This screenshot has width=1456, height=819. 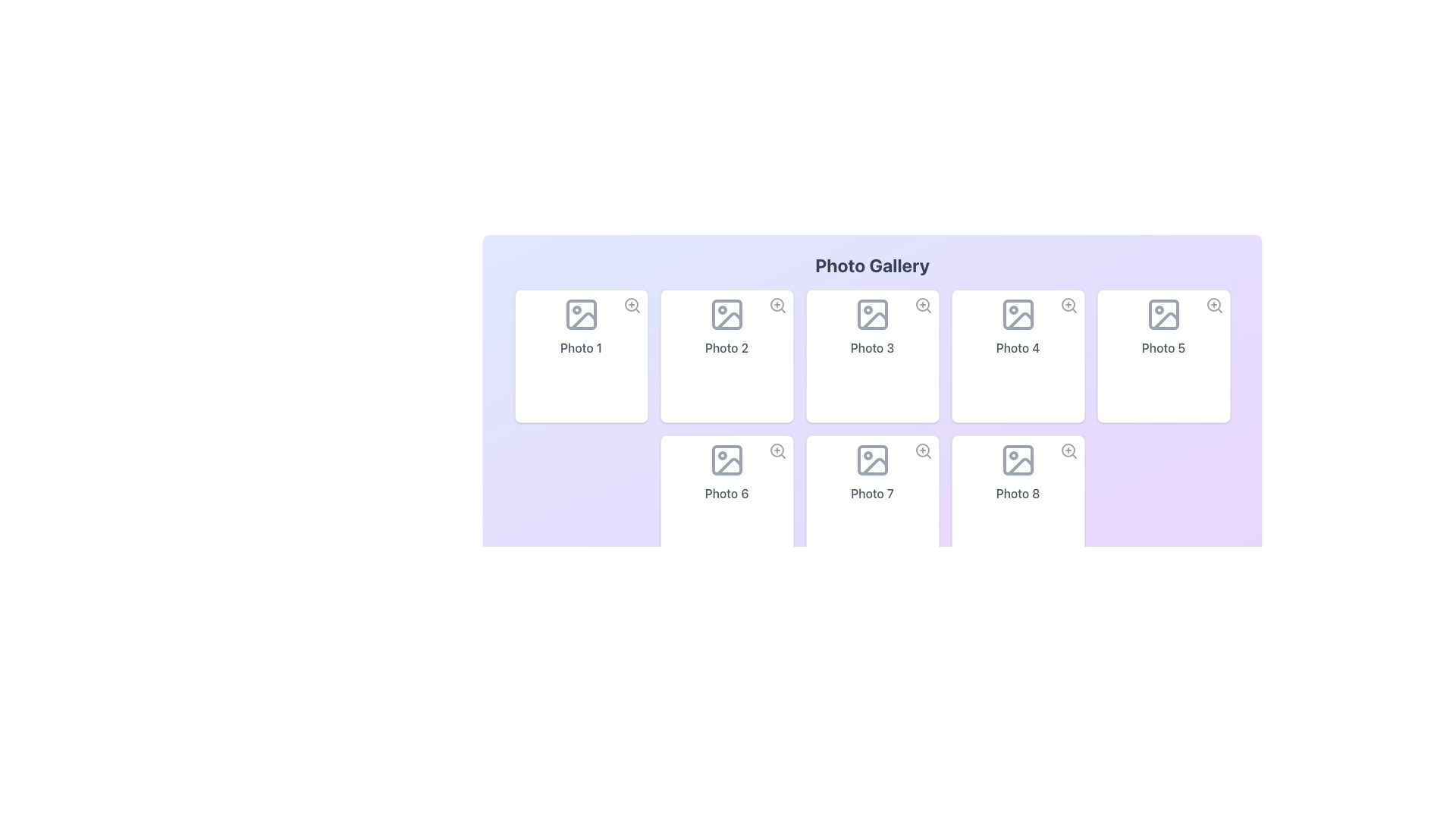 What do you see at coordinates (1163, 314) in the screenshot?
I see `the centered decorative icon in the fifth photo card labeled 'Photo 5'` at bounding box center [1163, 314].